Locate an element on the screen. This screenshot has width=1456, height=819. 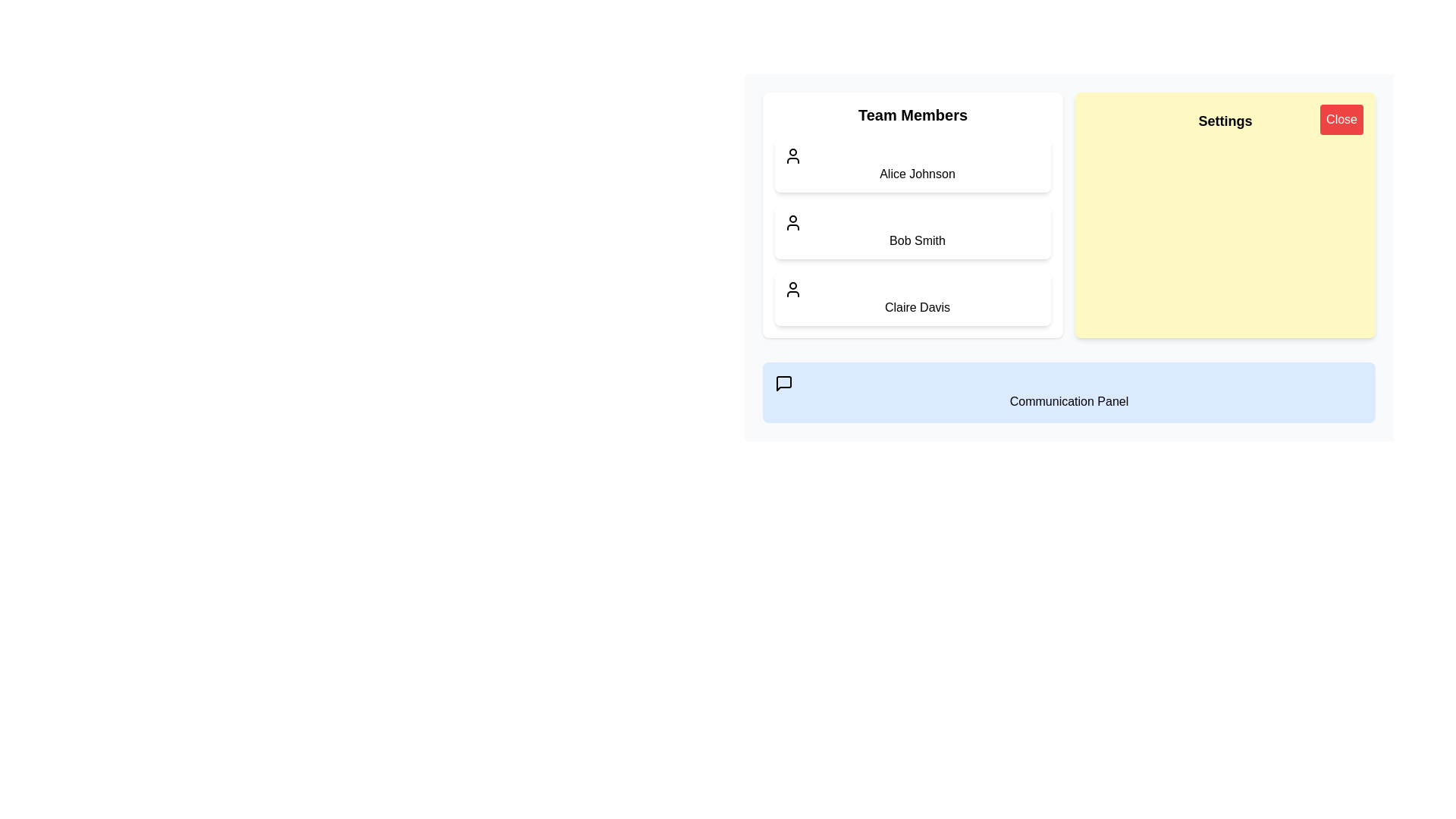
the bold 'Settings' text label, which is located at the top-left corner of a yellow content box, to interact with adjacent elements is located at coordinates (1225, 120).